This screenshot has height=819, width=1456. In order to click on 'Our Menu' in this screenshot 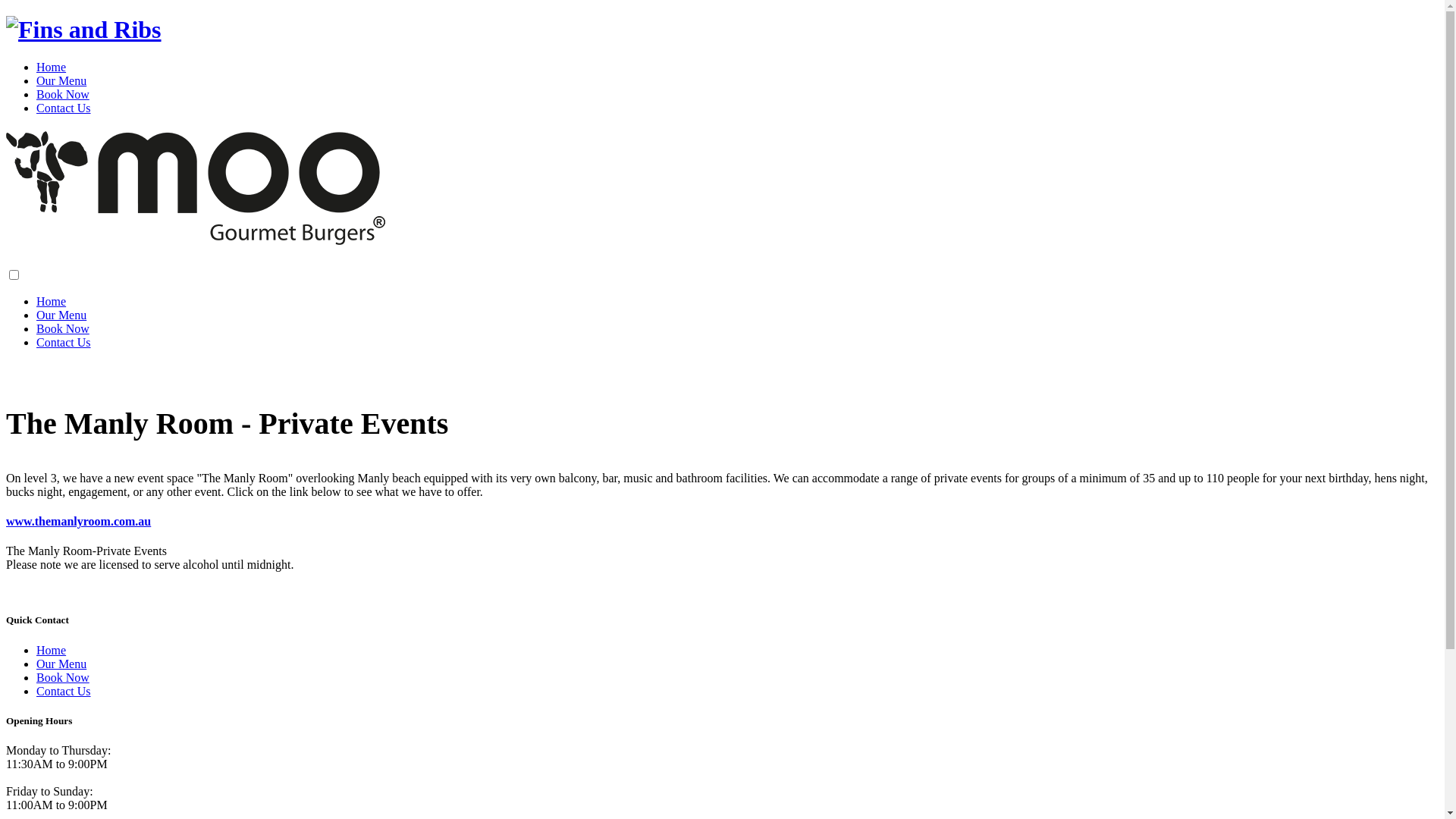, I will do `click(61, 663)`.